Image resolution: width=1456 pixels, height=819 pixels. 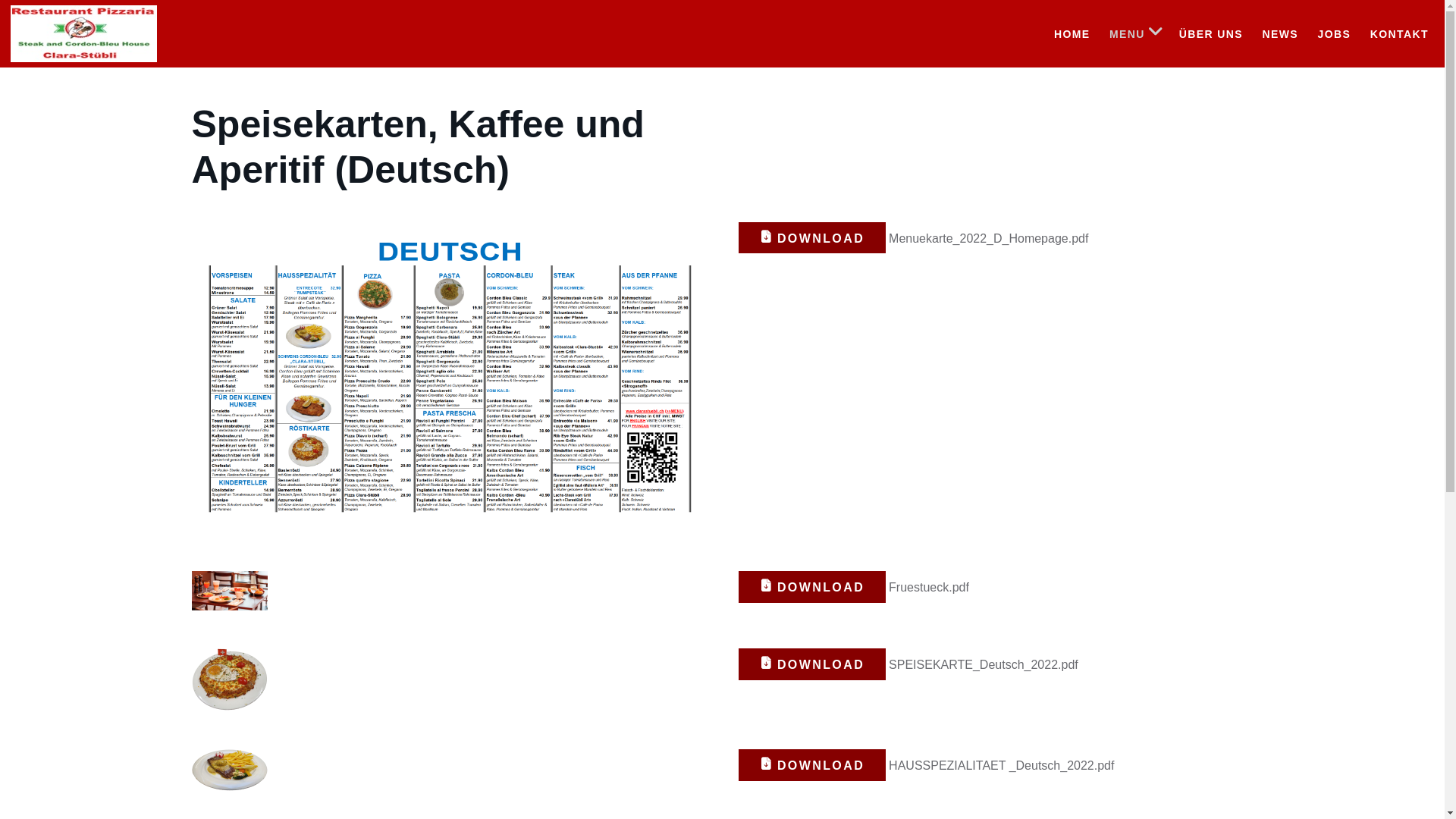 I want to click on 'JOBS', so click(x=1306, y=33).